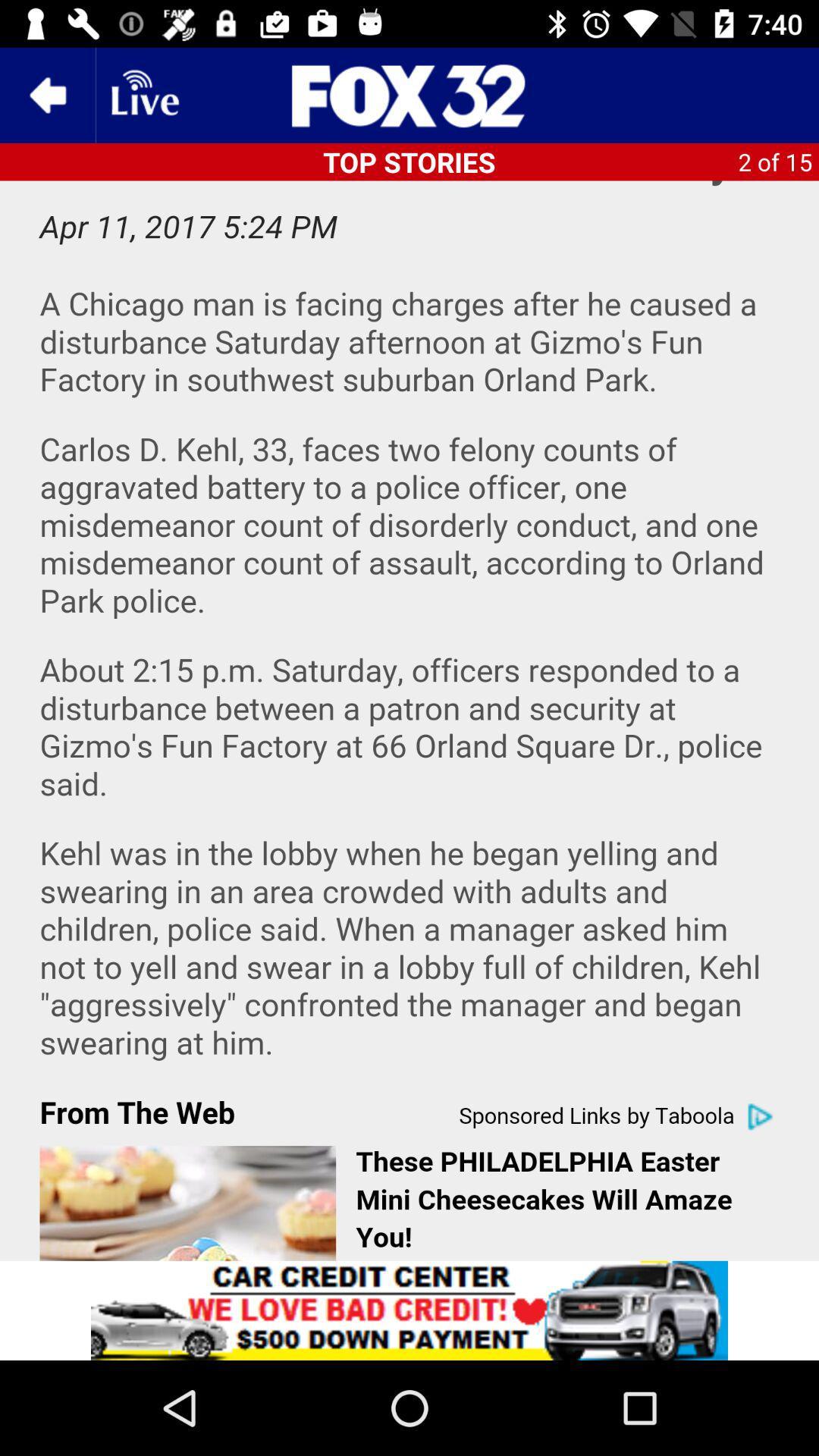 This screenshot has width=819, height=1456. I want to click on livestream, so click(143, 94).